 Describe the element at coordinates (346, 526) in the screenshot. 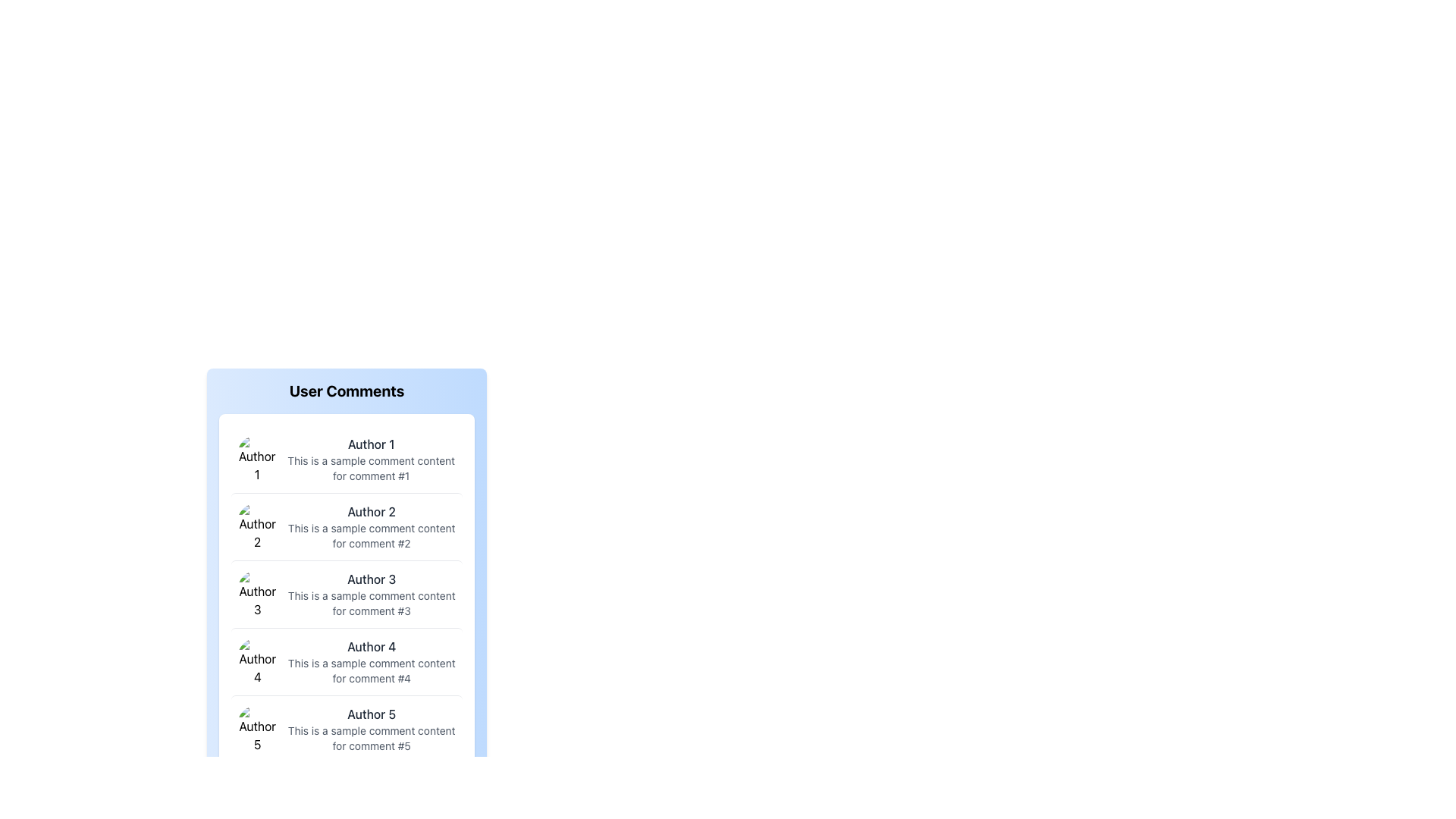

I see `on the author name 'Author 2' in the second list item of comments` at that location.